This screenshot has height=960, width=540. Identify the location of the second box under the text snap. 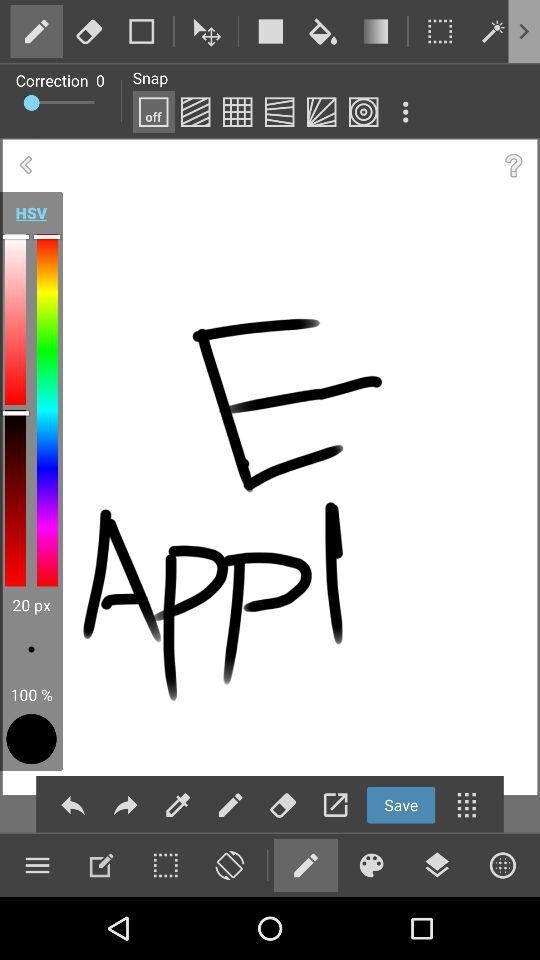
(196, 112).